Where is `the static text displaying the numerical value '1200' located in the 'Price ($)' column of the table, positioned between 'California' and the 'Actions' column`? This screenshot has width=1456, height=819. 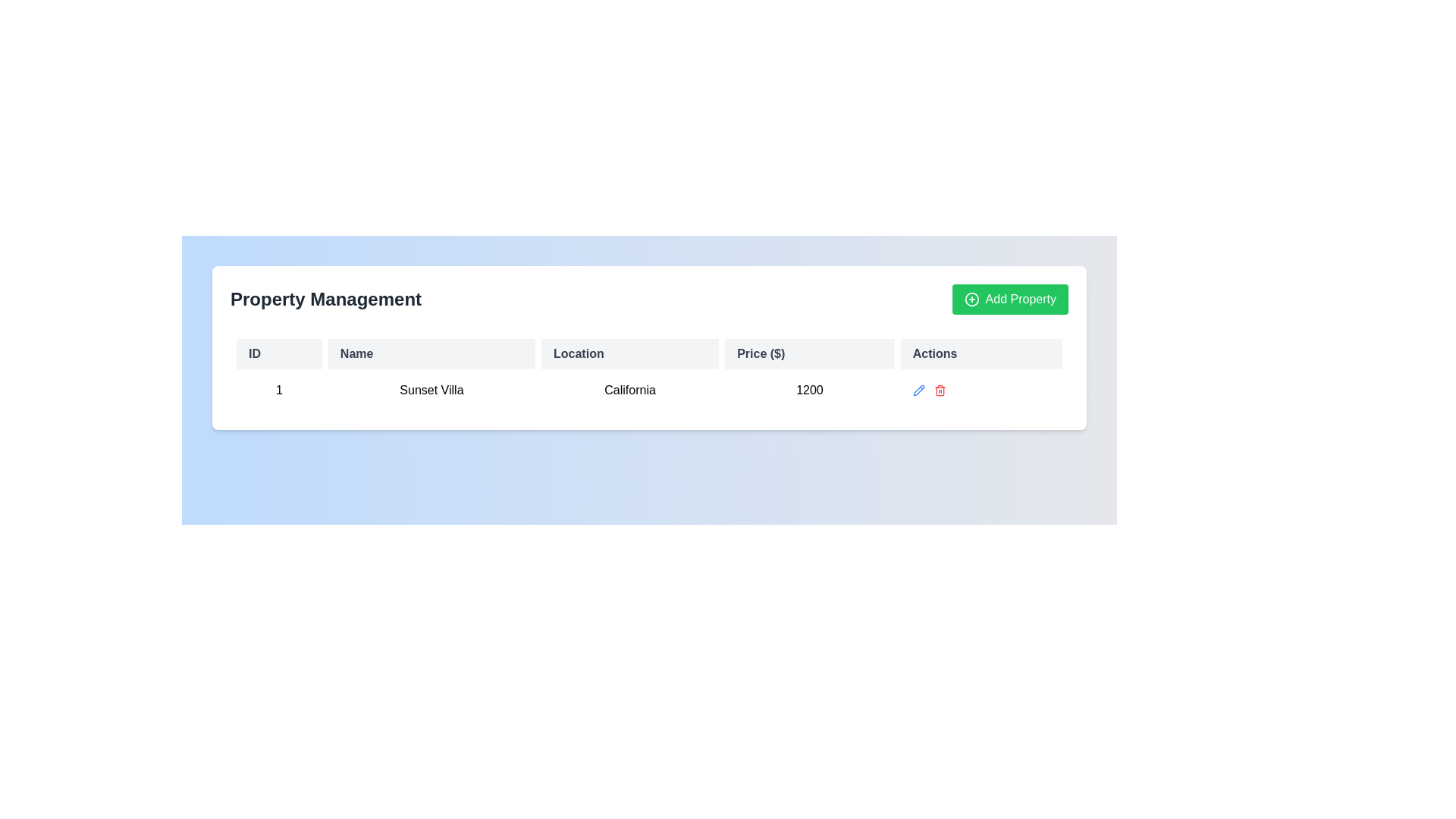
the static text displaying the numerical value '1200' located in the 'Price ($)' column of the table, positioned between 'California' and the 'Actions' column is located at coordinates (808, 390).